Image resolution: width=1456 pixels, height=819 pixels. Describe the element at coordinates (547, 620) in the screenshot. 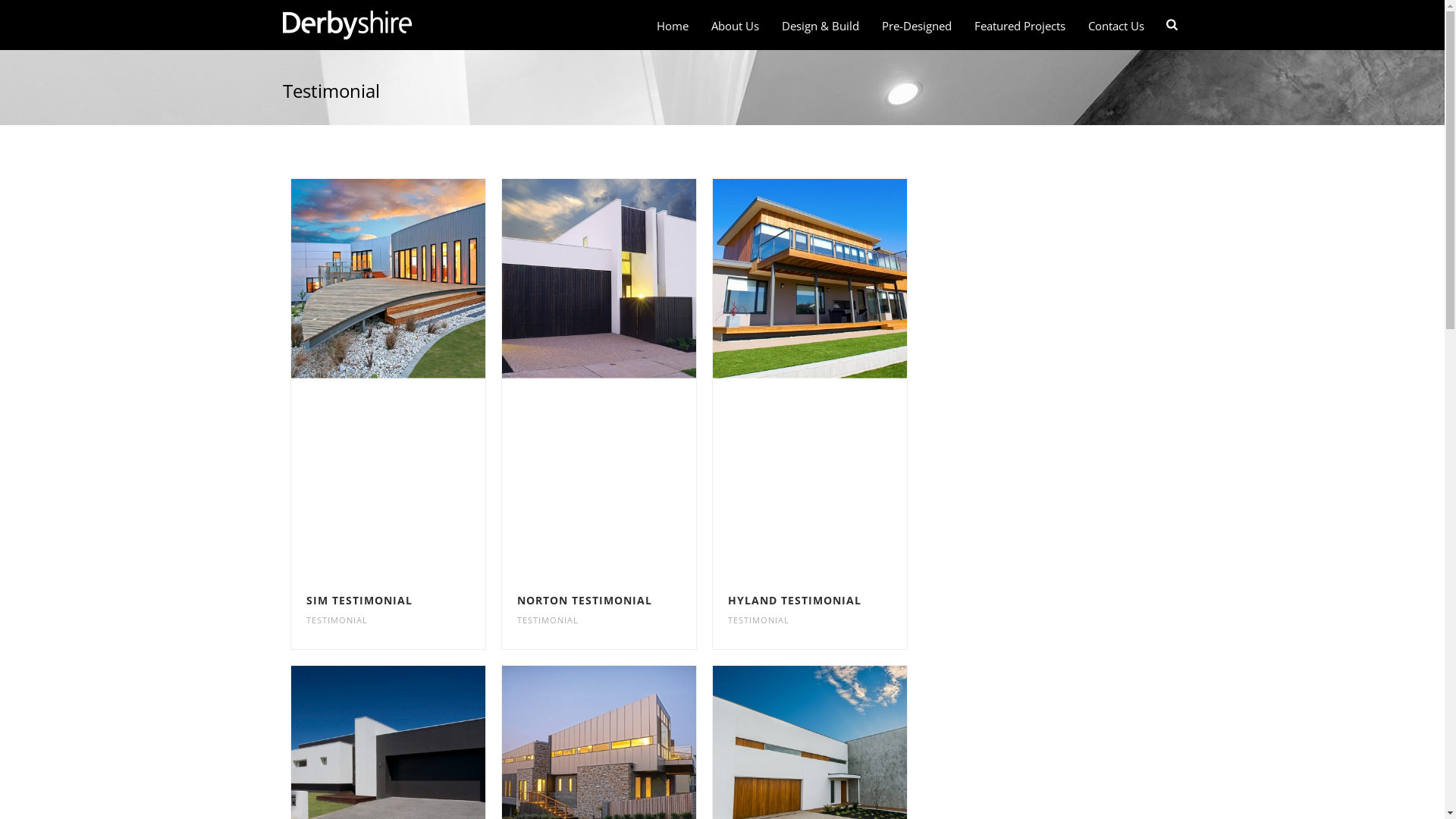

I see `'TESTIMONIAL'` at that location.